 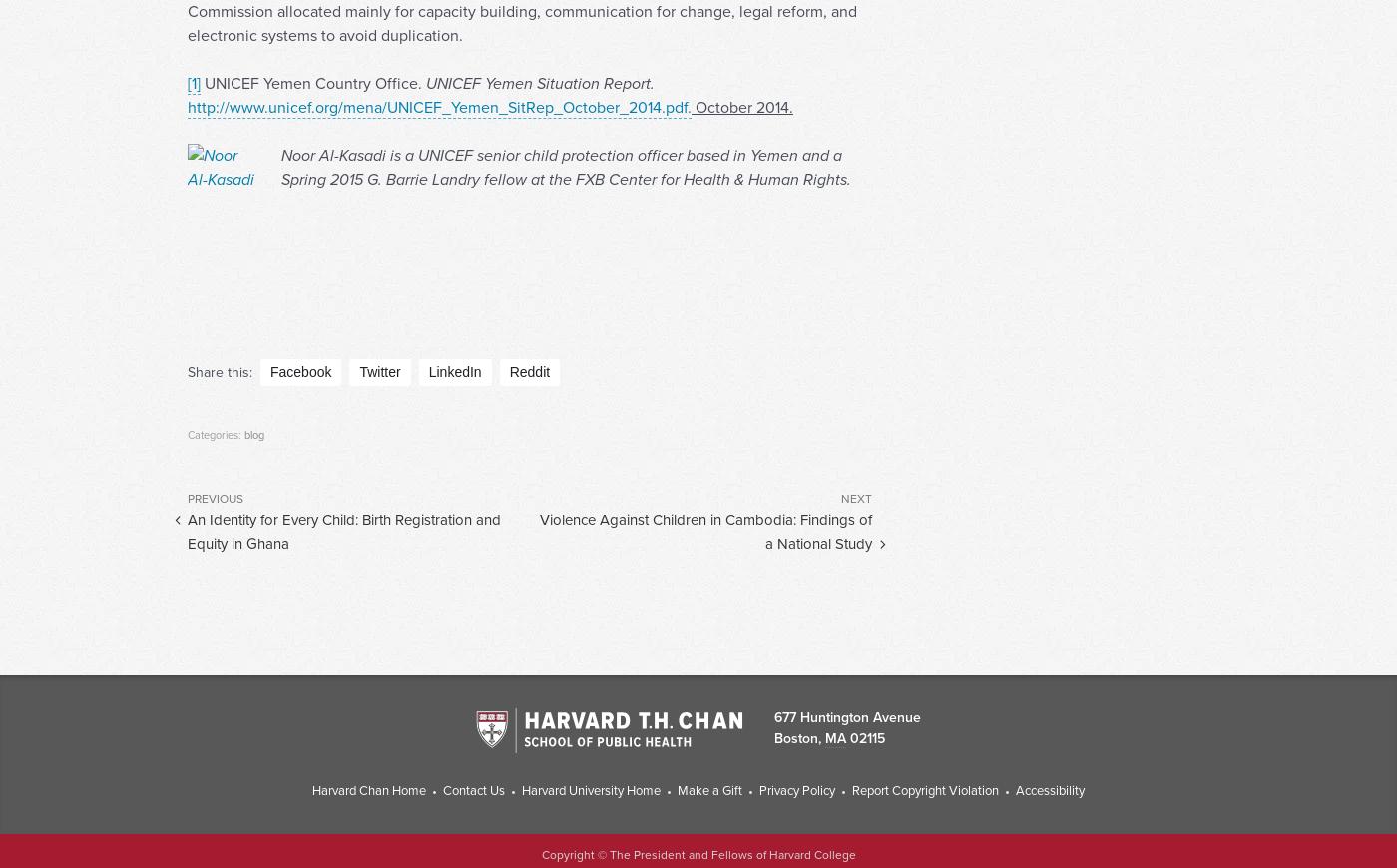 I want to click on 'Accessibility', so click(x=1050, y=829).